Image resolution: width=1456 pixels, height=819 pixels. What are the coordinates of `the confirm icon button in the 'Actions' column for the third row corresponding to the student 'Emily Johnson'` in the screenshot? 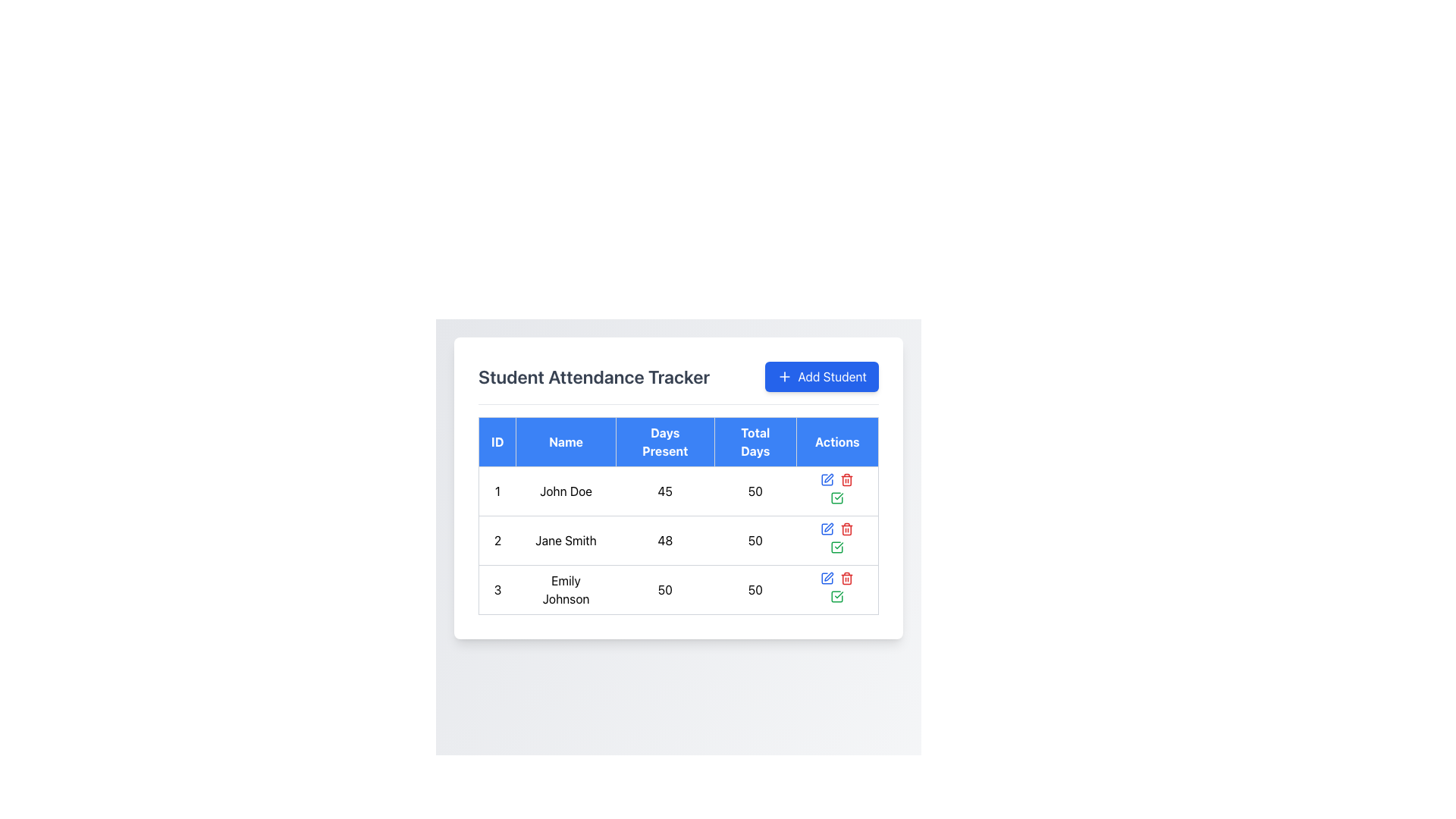 It's located at (836, 497).